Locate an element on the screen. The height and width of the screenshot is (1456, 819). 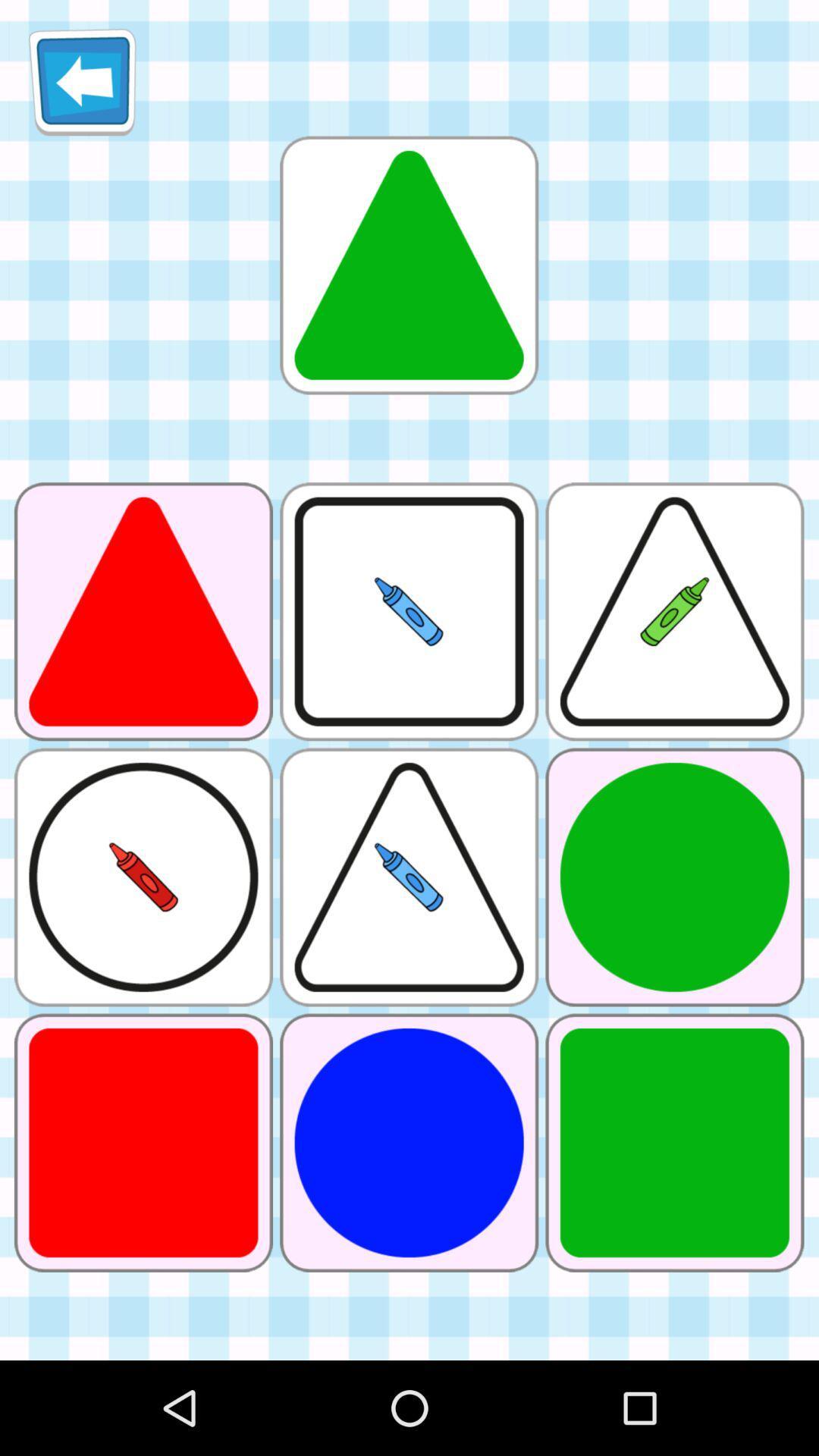
the arrow_backward icon is located at coordinates (82, 87).